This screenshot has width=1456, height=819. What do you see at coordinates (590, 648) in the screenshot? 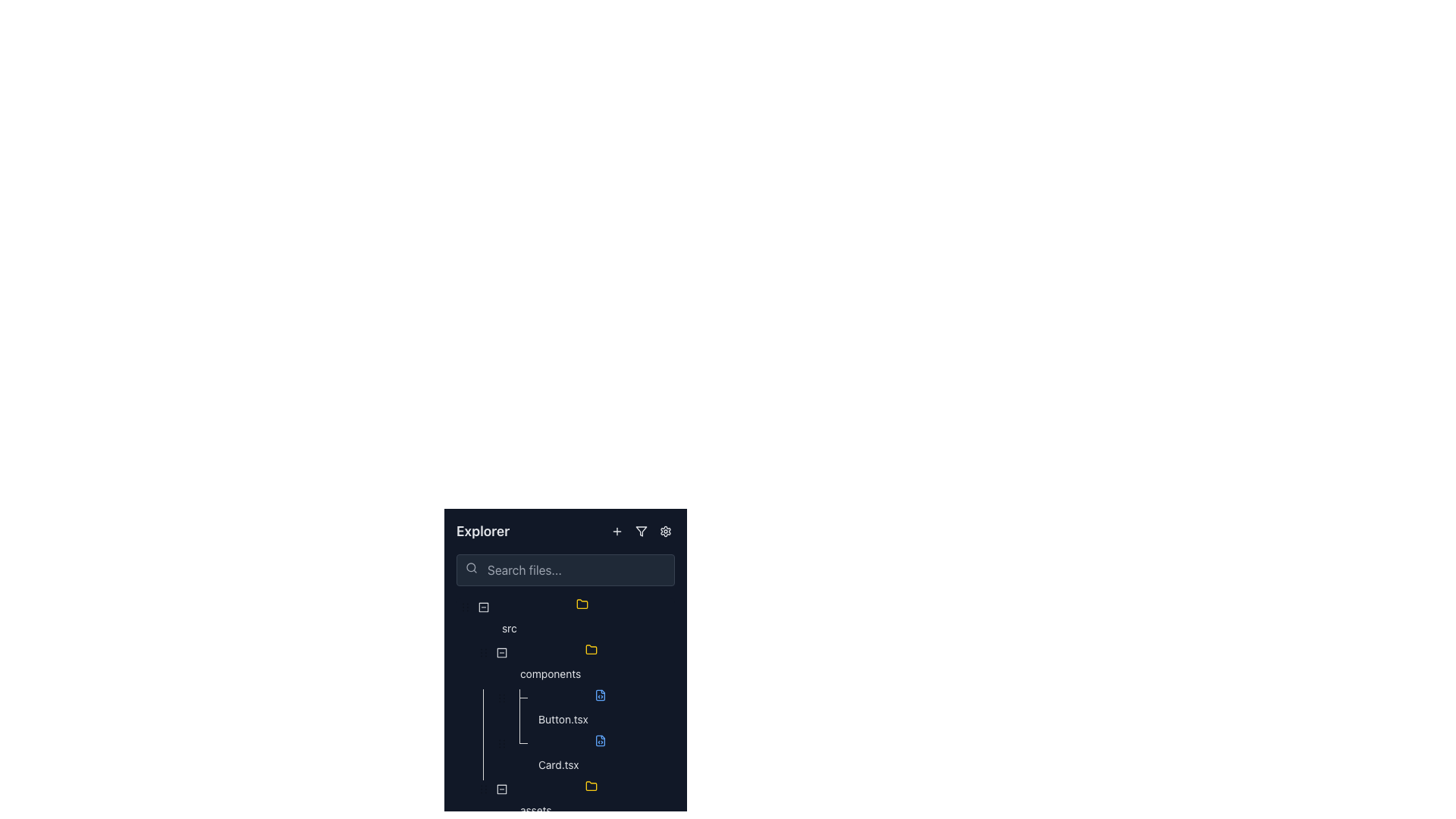
I see `the yellow folder icon located in the file explorer sidebar under the 'src' directory` at bounding box center [590, 648].